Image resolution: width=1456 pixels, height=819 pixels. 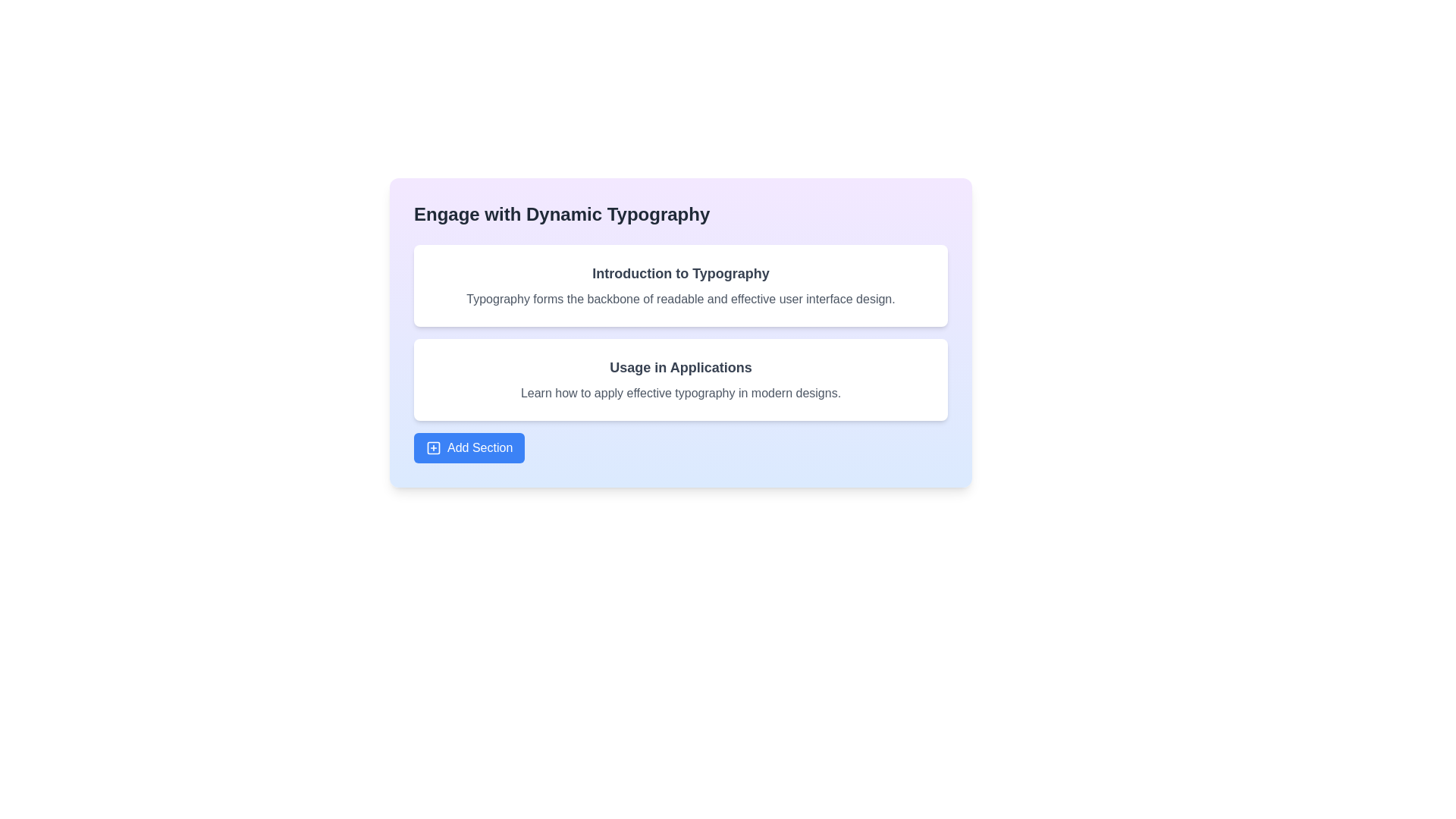 I want to click on the first descriptive card element that introduces the concept of typography in UI design, located above the second card titled 'Usage in Applications', so click(x=679, y=286).